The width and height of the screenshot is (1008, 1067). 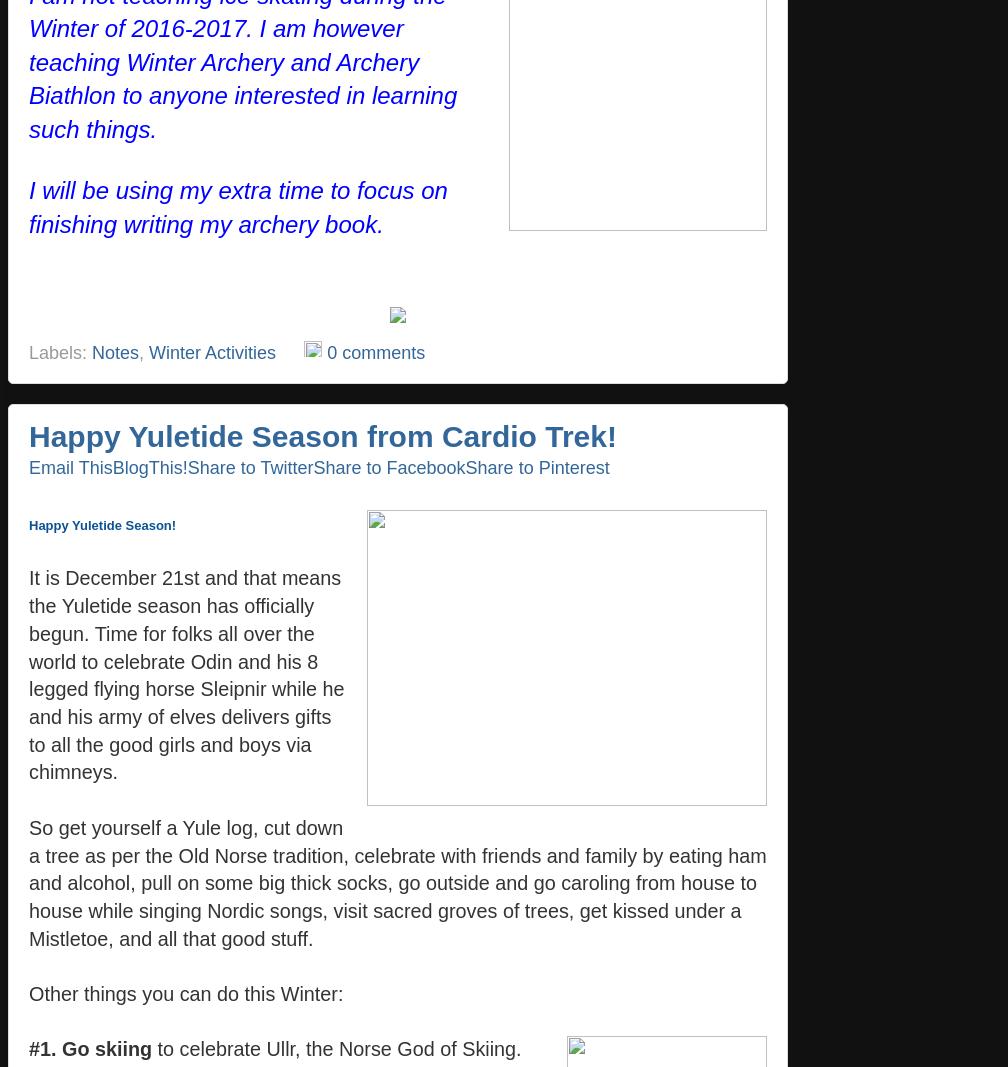 I want to click on '0
comments', so click(x=375, y=352).